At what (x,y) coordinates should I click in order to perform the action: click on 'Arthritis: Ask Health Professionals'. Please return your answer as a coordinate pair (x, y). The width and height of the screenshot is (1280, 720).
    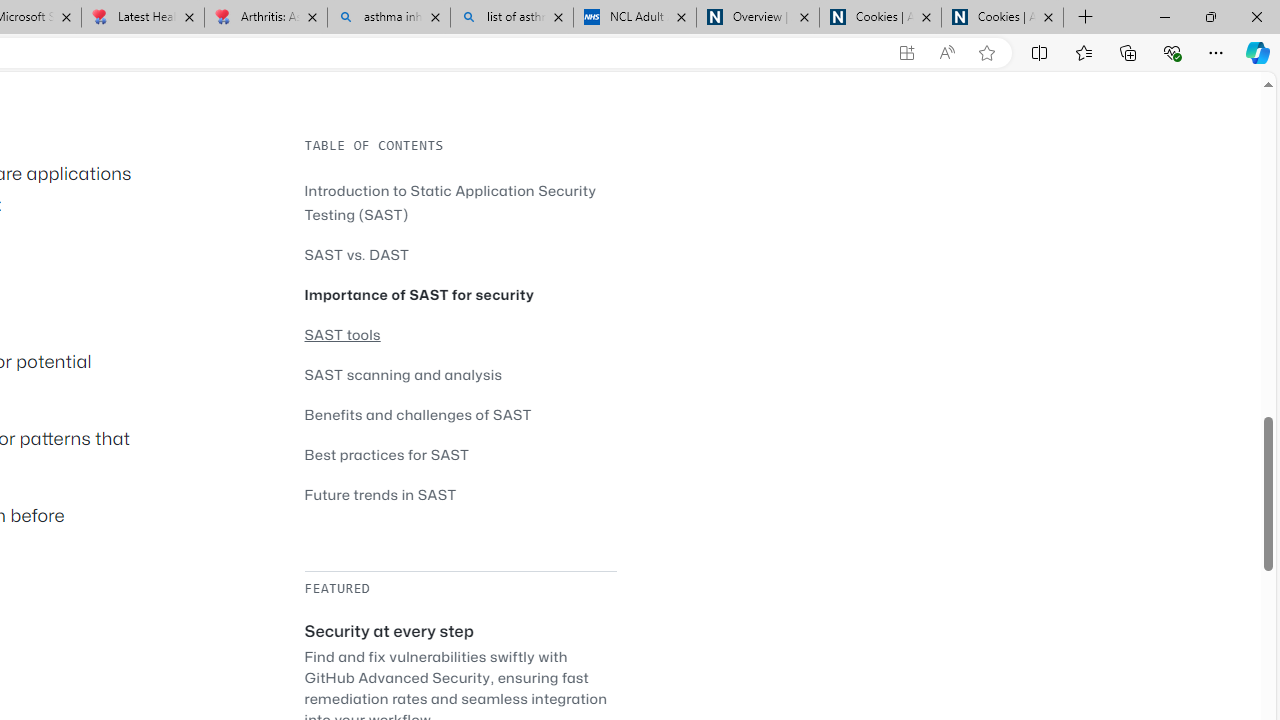
    Looking at the image, I should click on (264, 17).